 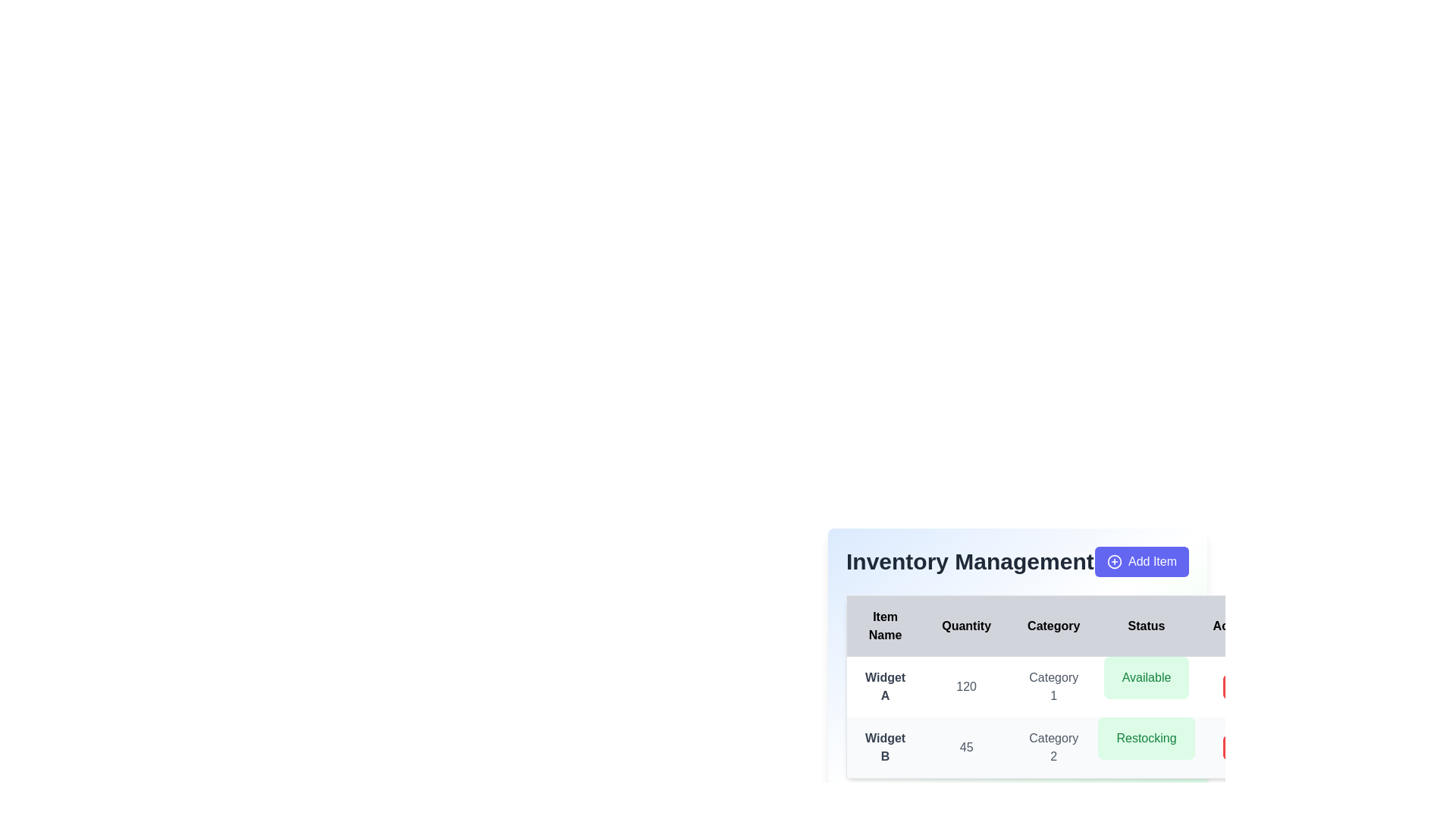 I want to click on the 'Status' text label which is a bold, black text on a gray background located in the fourth column of a table header, between 'Category' and 'Actions', so click(x=1147, y=626).